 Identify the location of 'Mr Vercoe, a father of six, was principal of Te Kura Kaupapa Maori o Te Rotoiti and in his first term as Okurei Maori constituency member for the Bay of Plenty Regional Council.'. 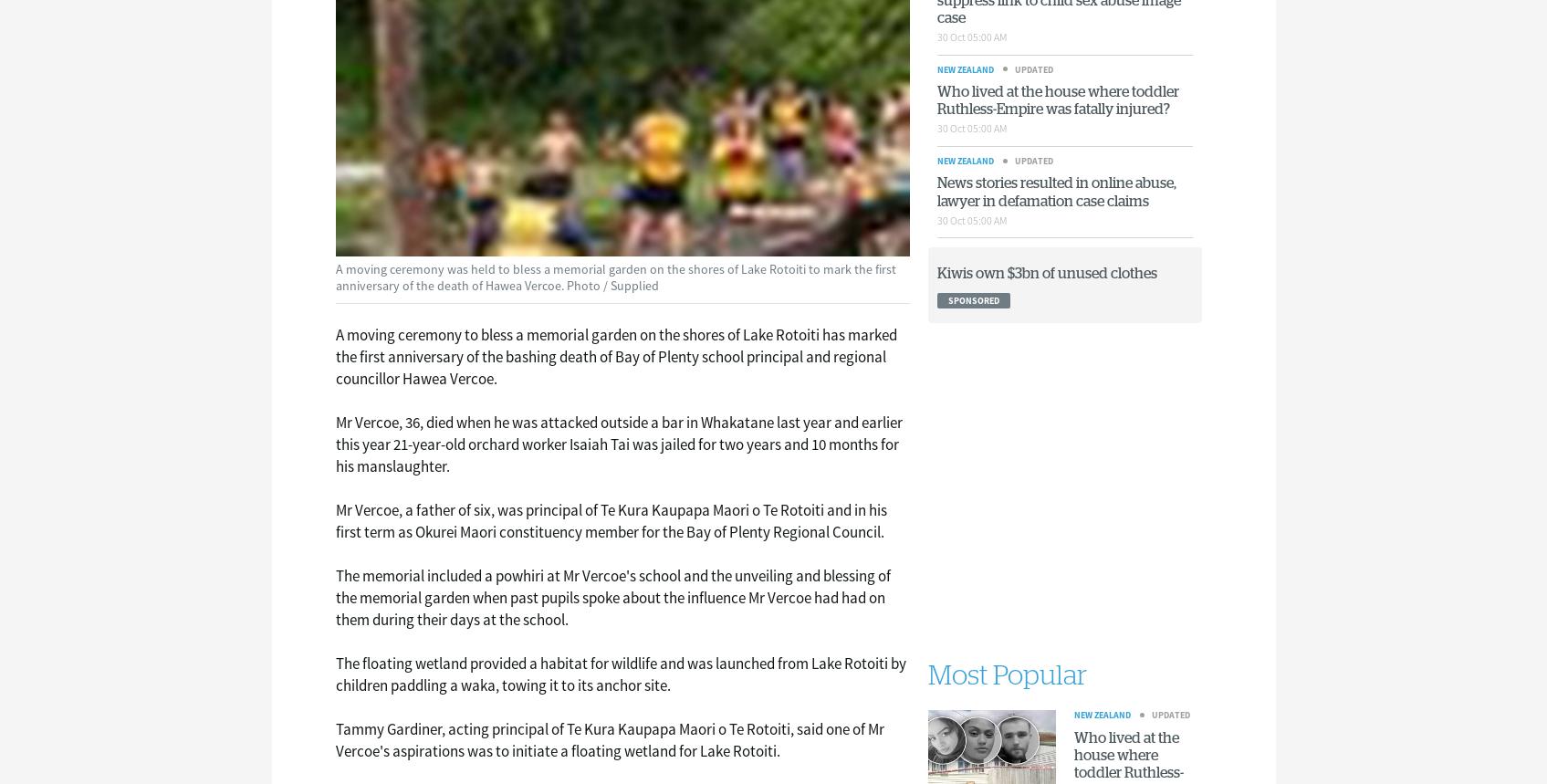
(611, 519).